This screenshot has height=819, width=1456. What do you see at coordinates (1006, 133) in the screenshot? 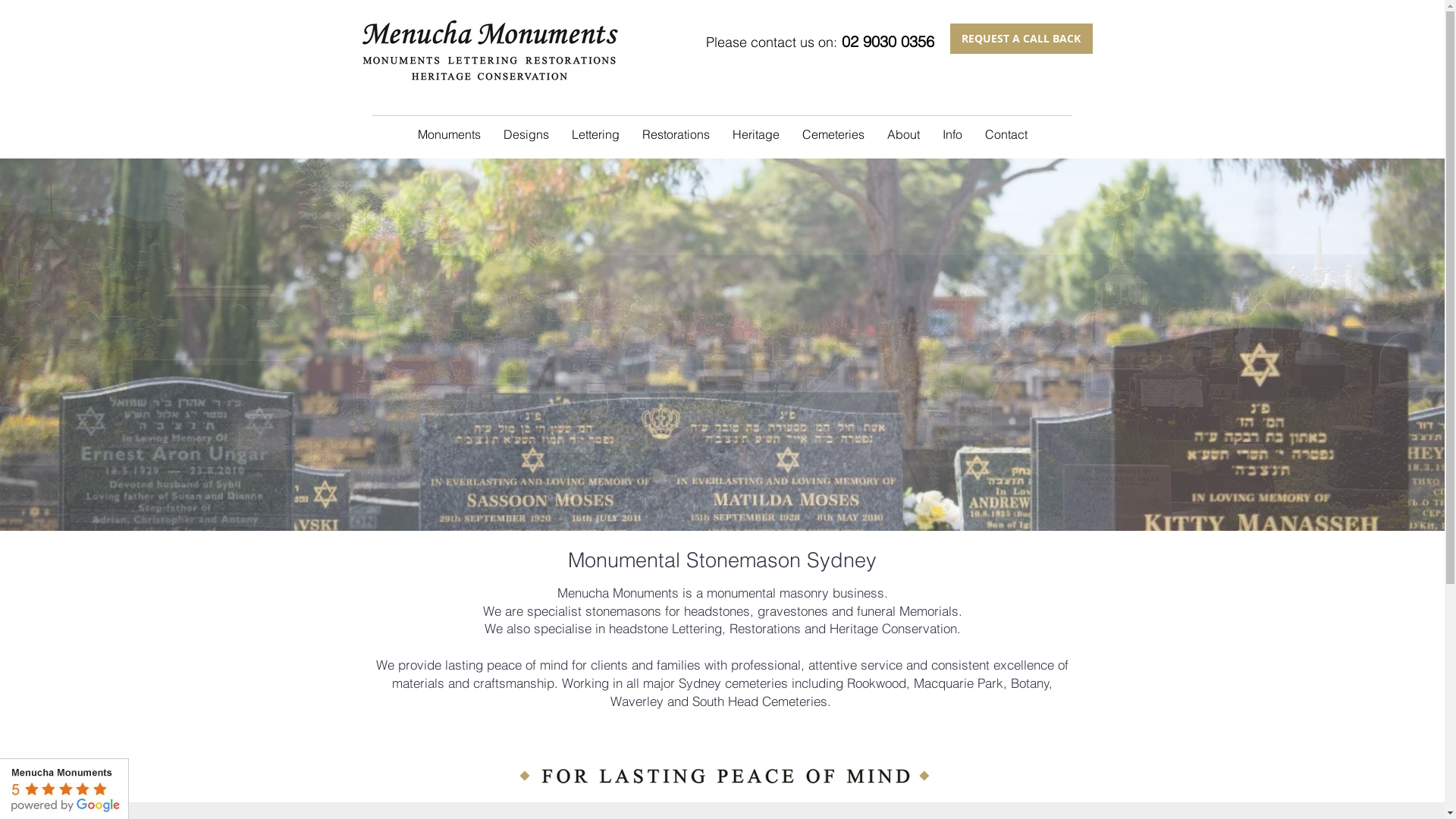
I see `'Contact'` at bounding box center [1006, 133].